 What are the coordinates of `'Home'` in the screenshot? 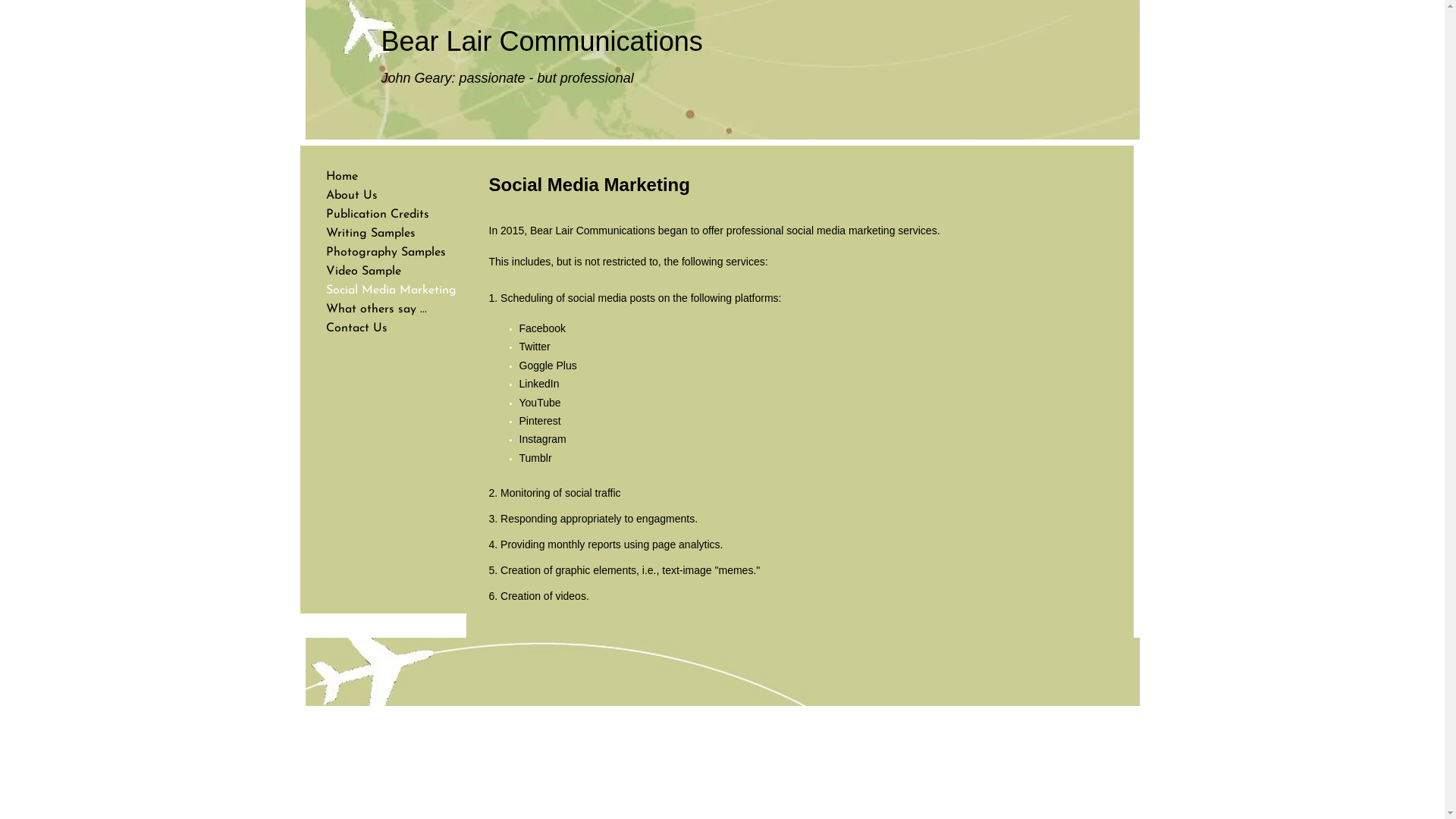 It's located at (318, 175).